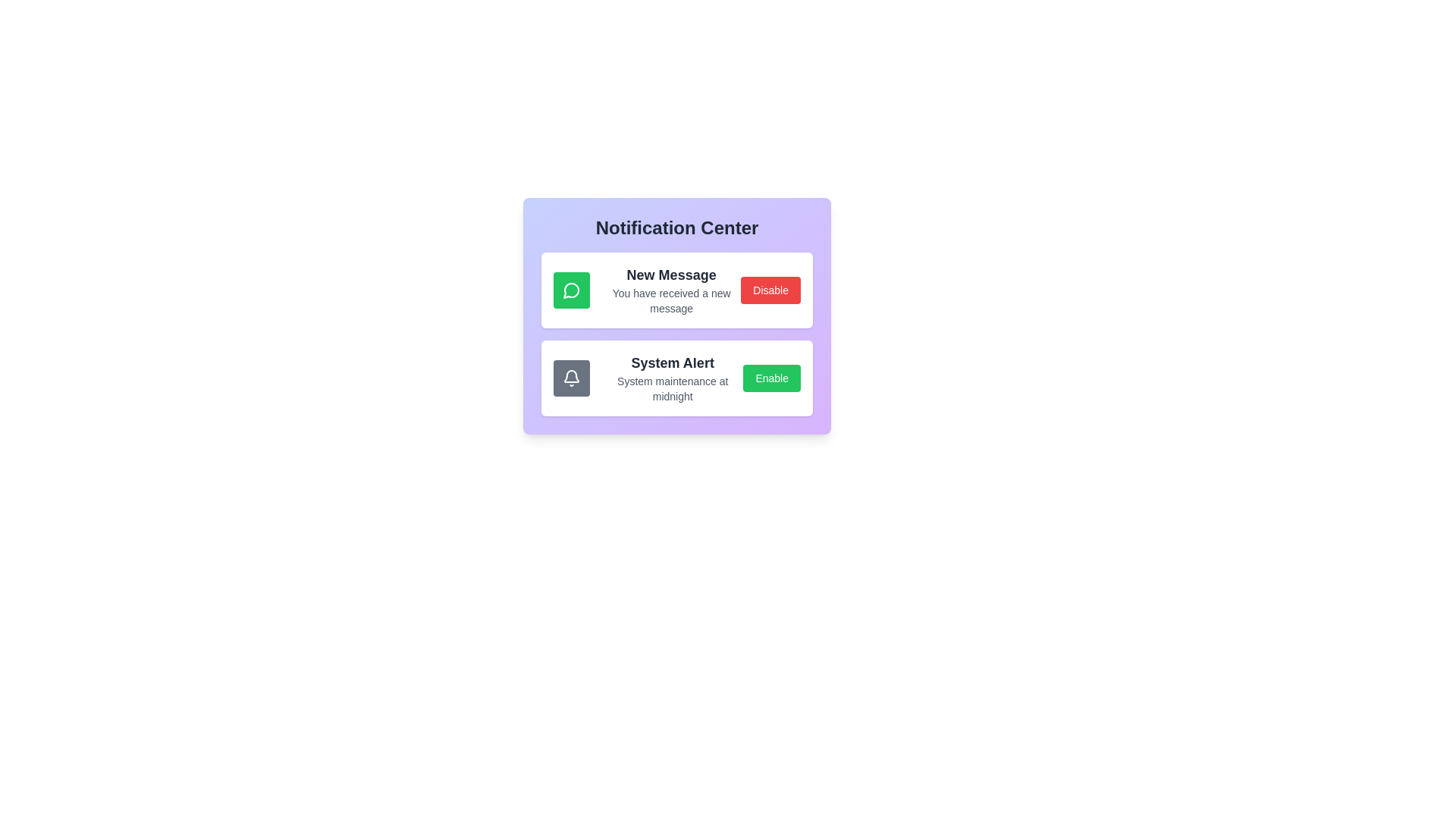 The image size is (1456, 819). I want to click on the Notification Center heading to interact with it, so click(676, 227).